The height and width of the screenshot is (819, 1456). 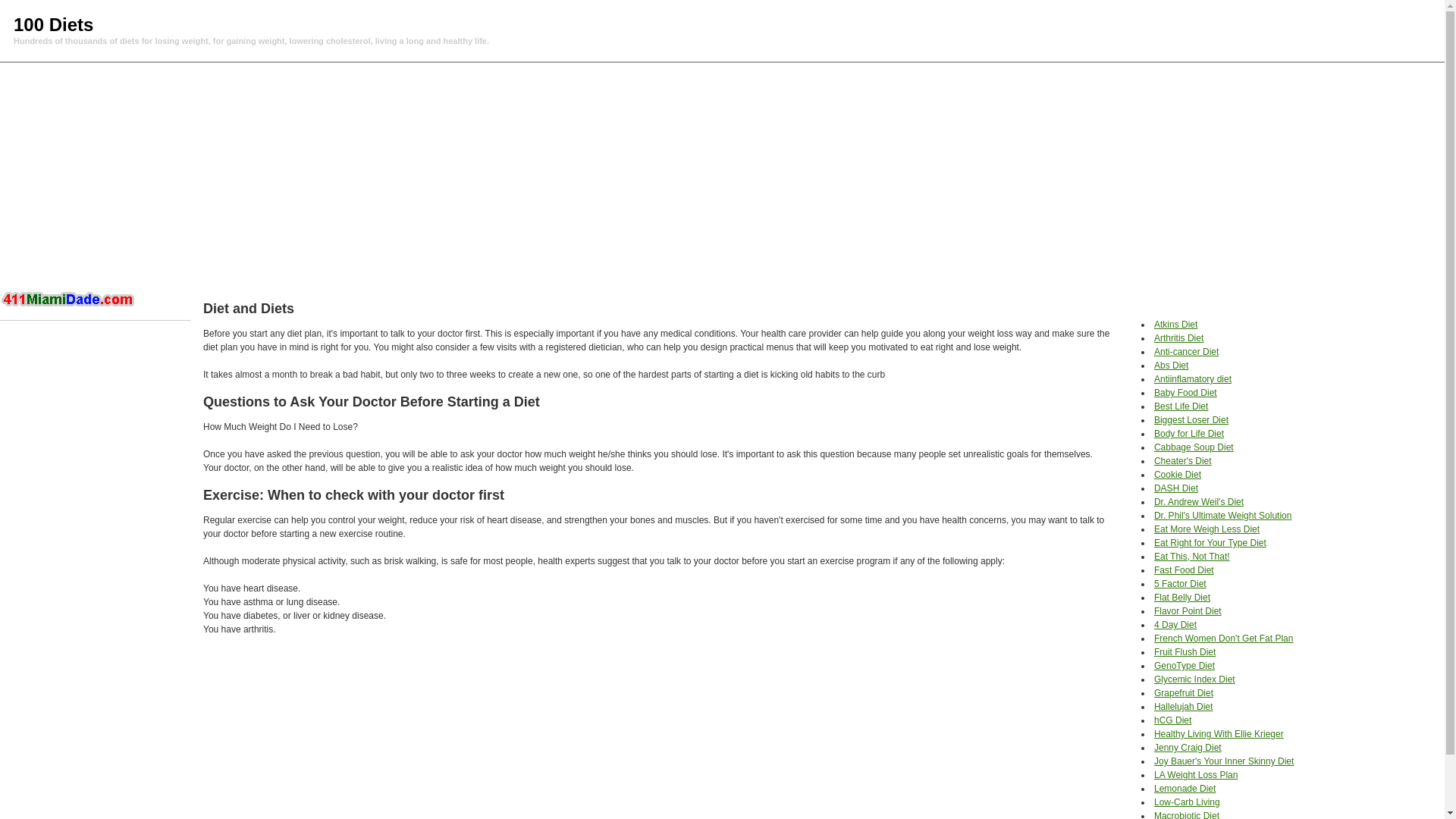 I want to click on 'Antiinflamatory diet', so click(x=1192, y=378).